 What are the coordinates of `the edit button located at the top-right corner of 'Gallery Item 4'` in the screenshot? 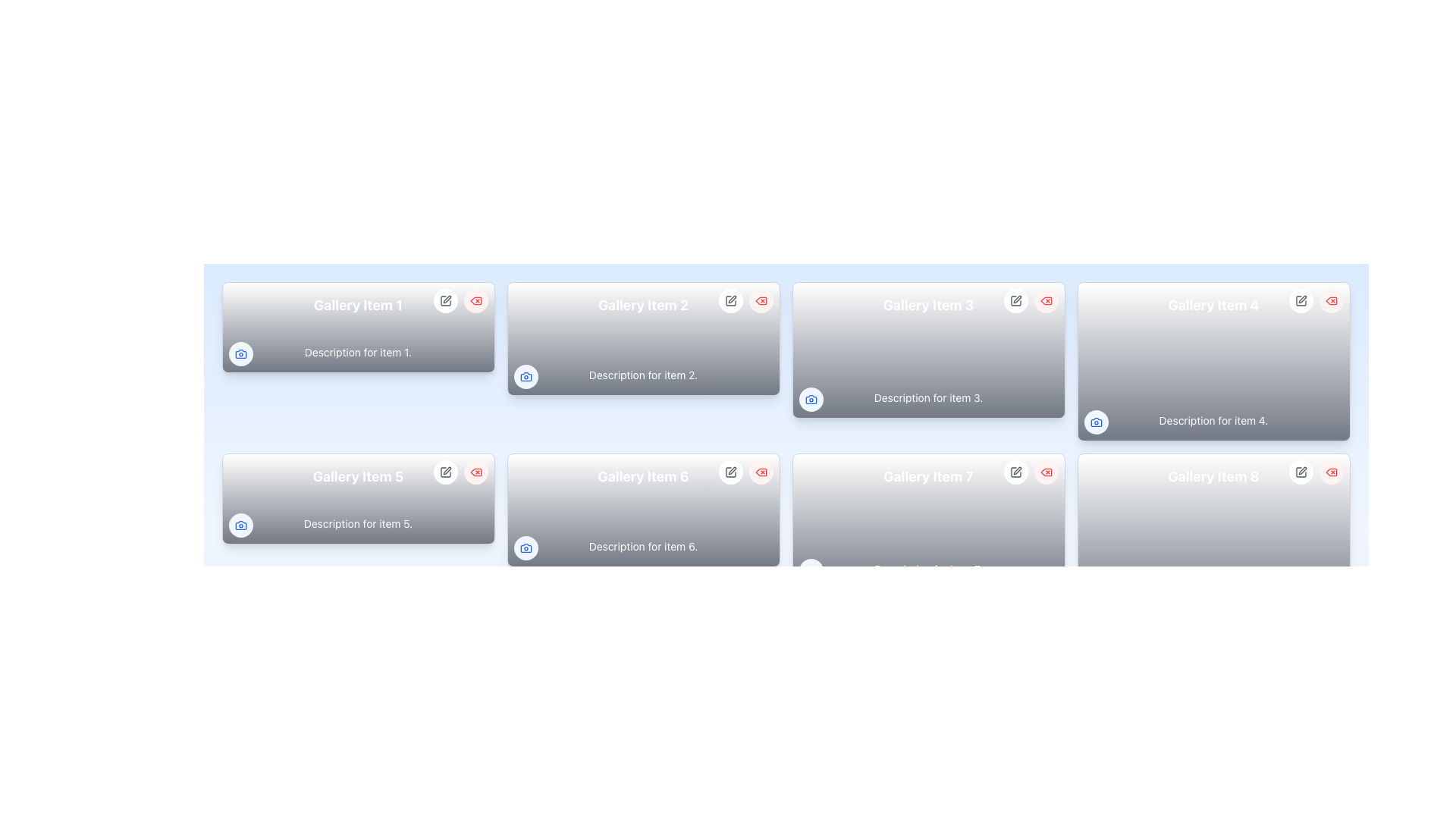 It's located at (1300, 301).